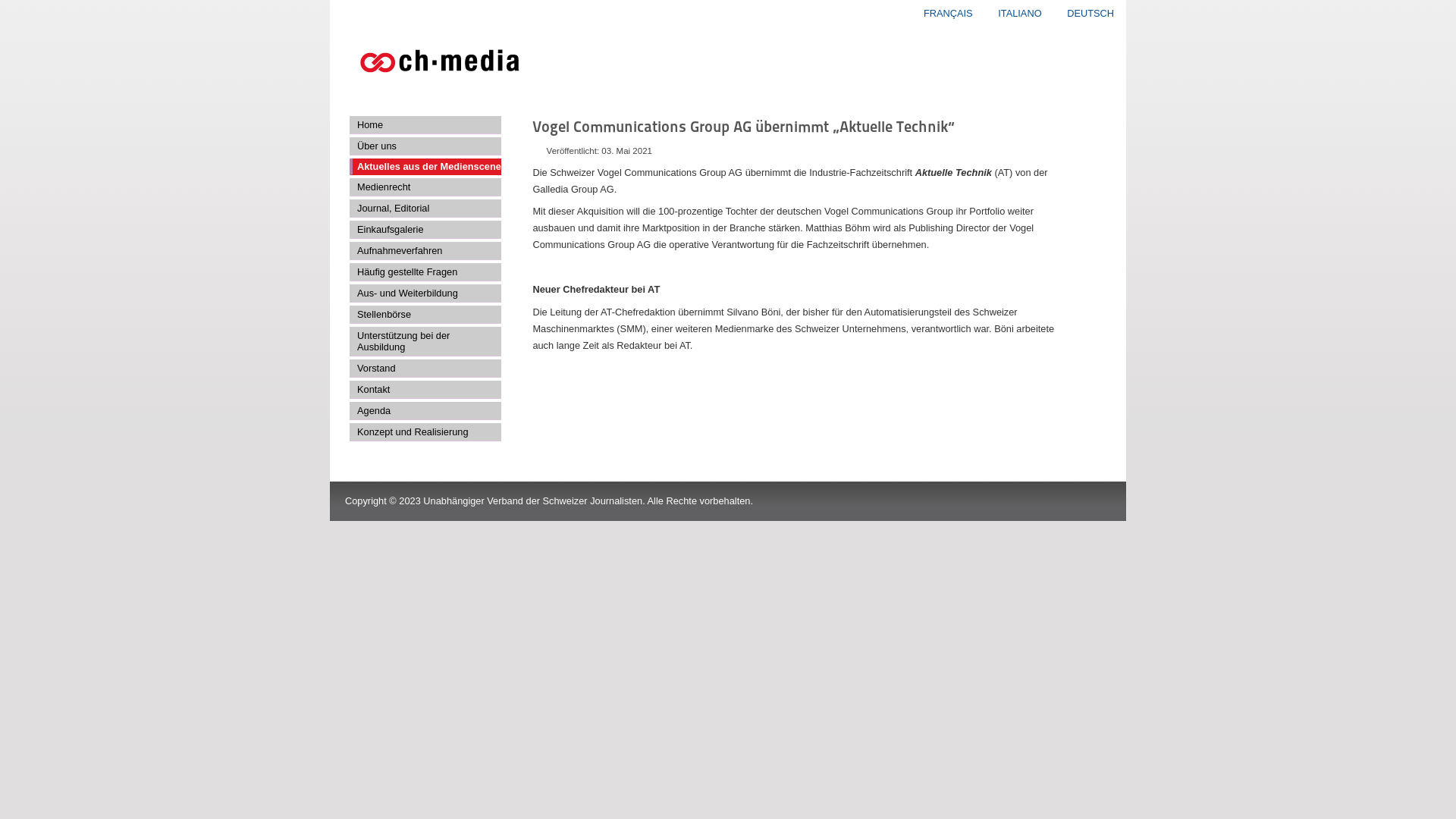 Image resolution: width=1456 pixels, height=819 pixels. What do you see at coordinates (425, 250) in the screenshot?
I see `'Aufnahmeverfahren'` at bounding box center [425, 250].